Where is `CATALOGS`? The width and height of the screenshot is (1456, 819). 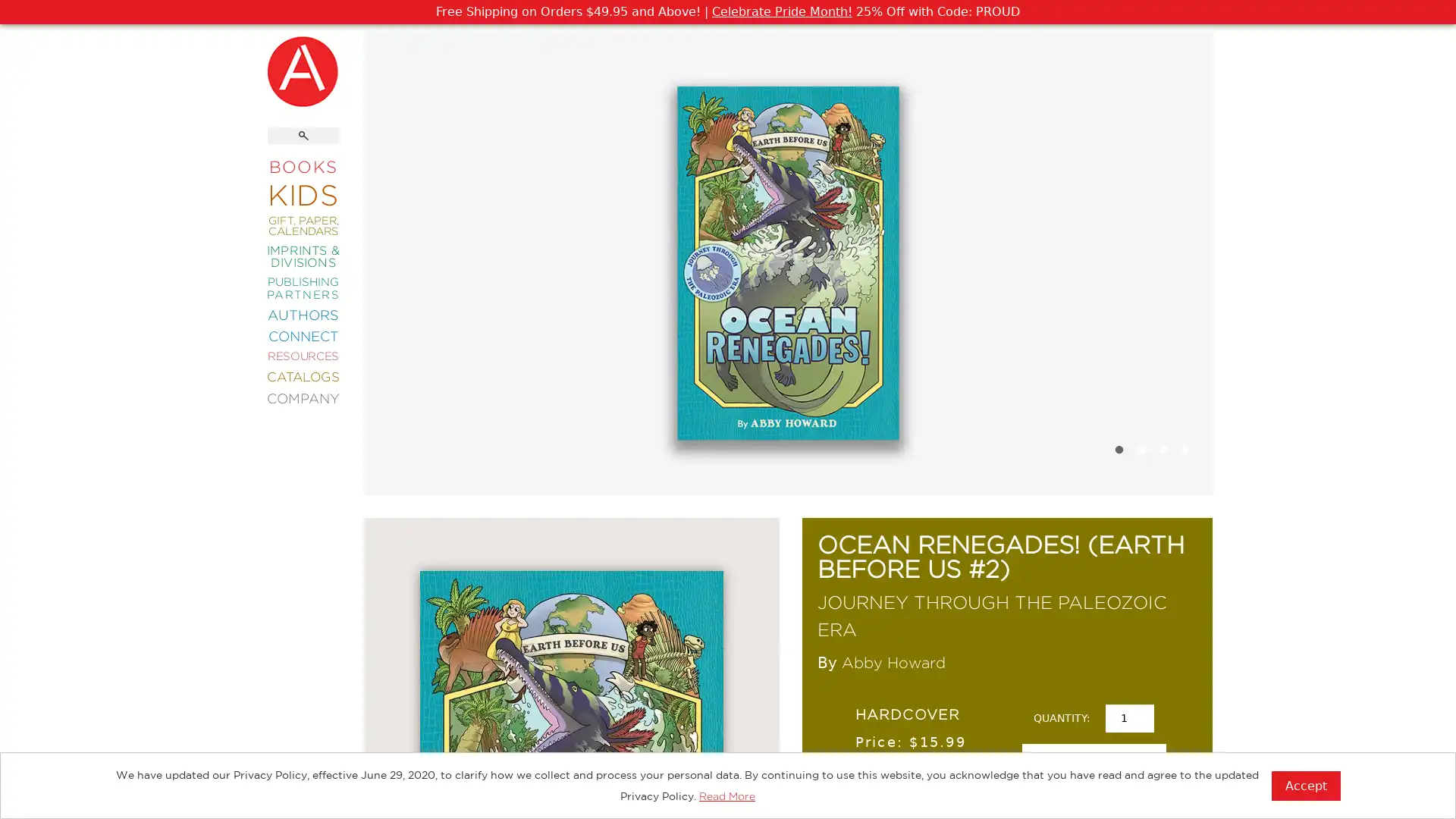
CATALOGS is located at coordinates (303, 375).